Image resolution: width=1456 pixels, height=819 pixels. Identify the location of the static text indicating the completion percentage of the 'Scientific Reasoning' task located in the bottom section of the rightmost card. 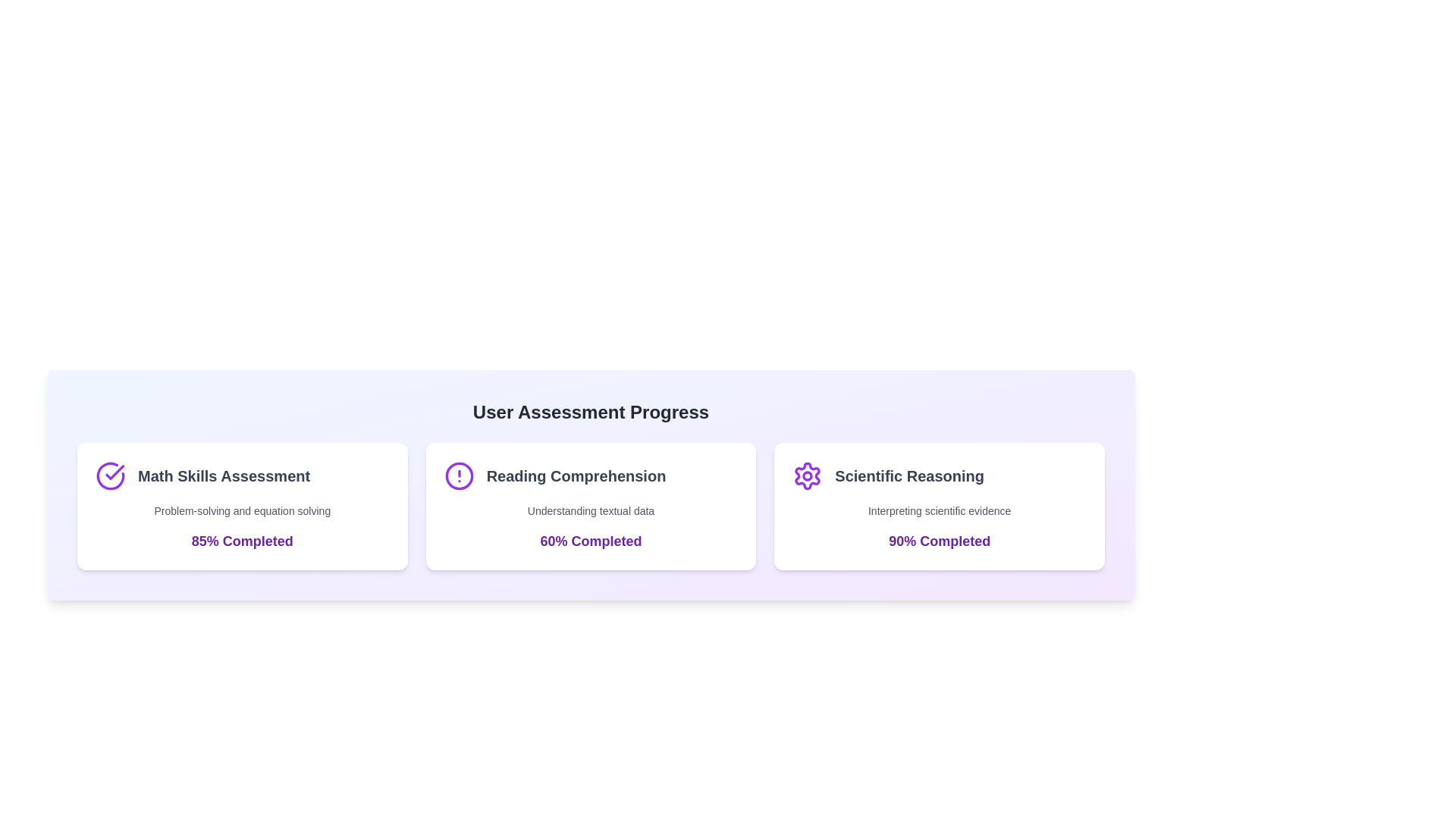
(939, 540).